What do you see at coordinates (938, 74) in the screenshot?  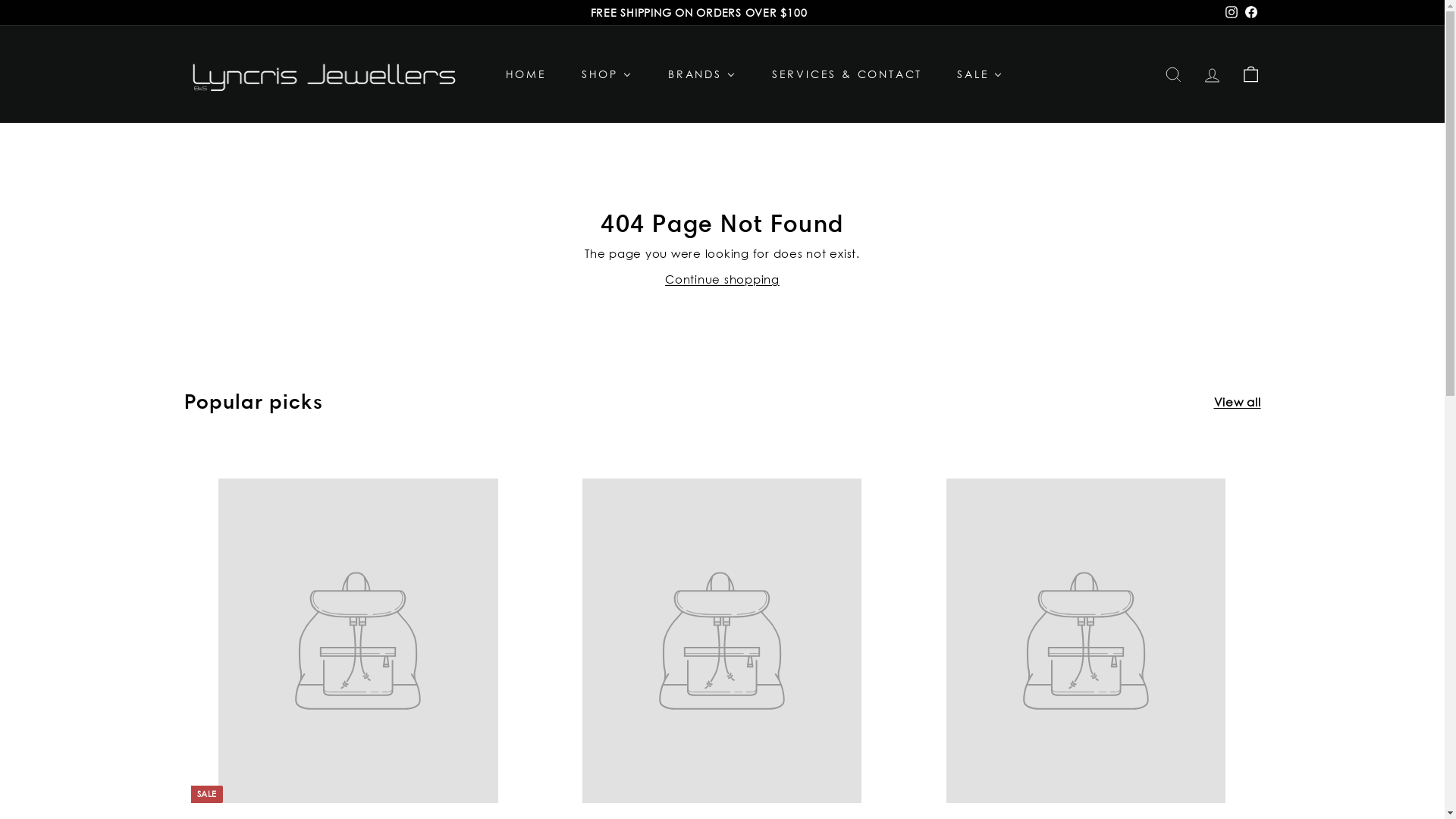 I see `'SALE'` at bounding box center [938, 74].